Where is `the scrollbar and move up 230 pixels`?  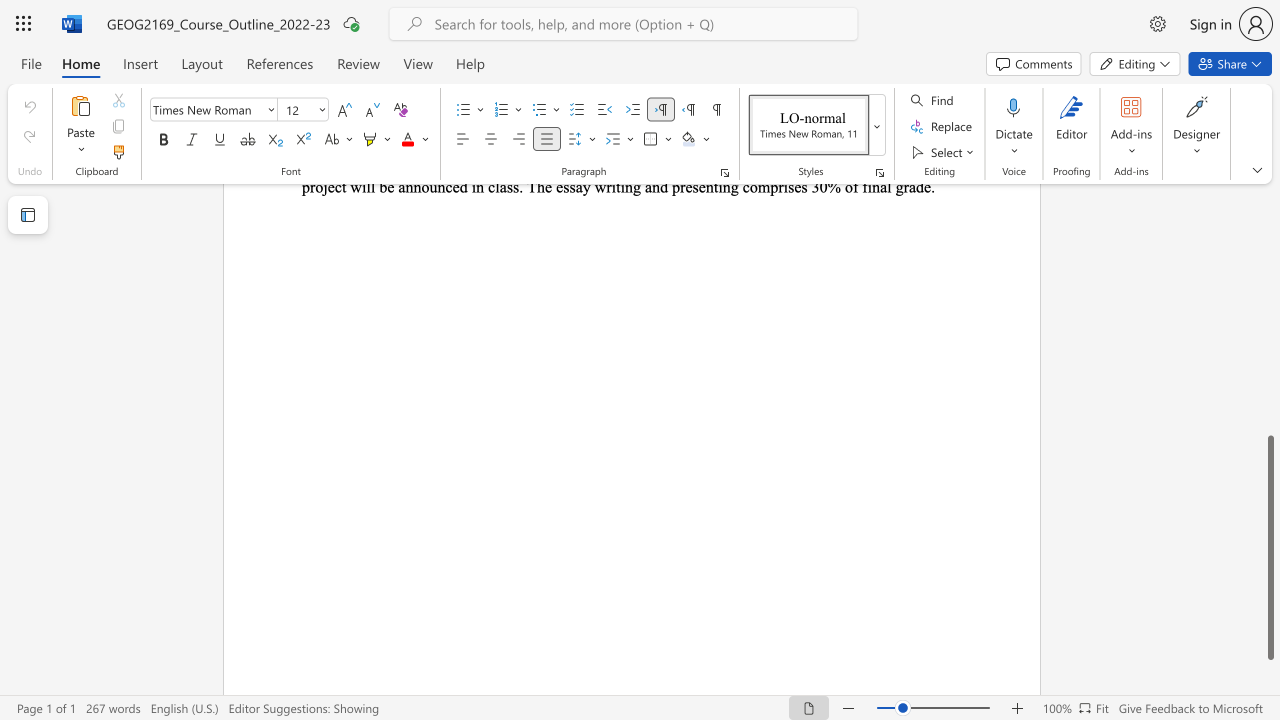 the scrollbar and move up 230 pixels is located at coordinates (1269, 548).